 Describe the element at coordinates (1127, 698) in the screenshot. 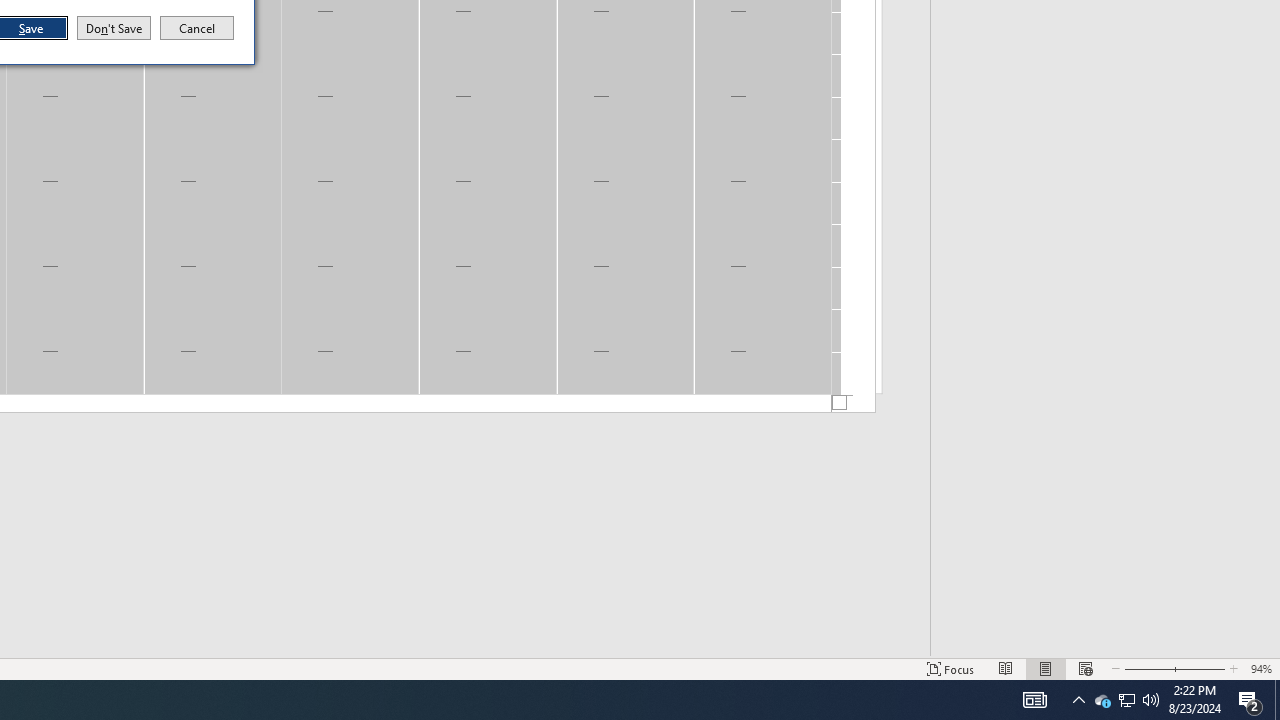

I see `'User Promoted Notification Area'` at that location.